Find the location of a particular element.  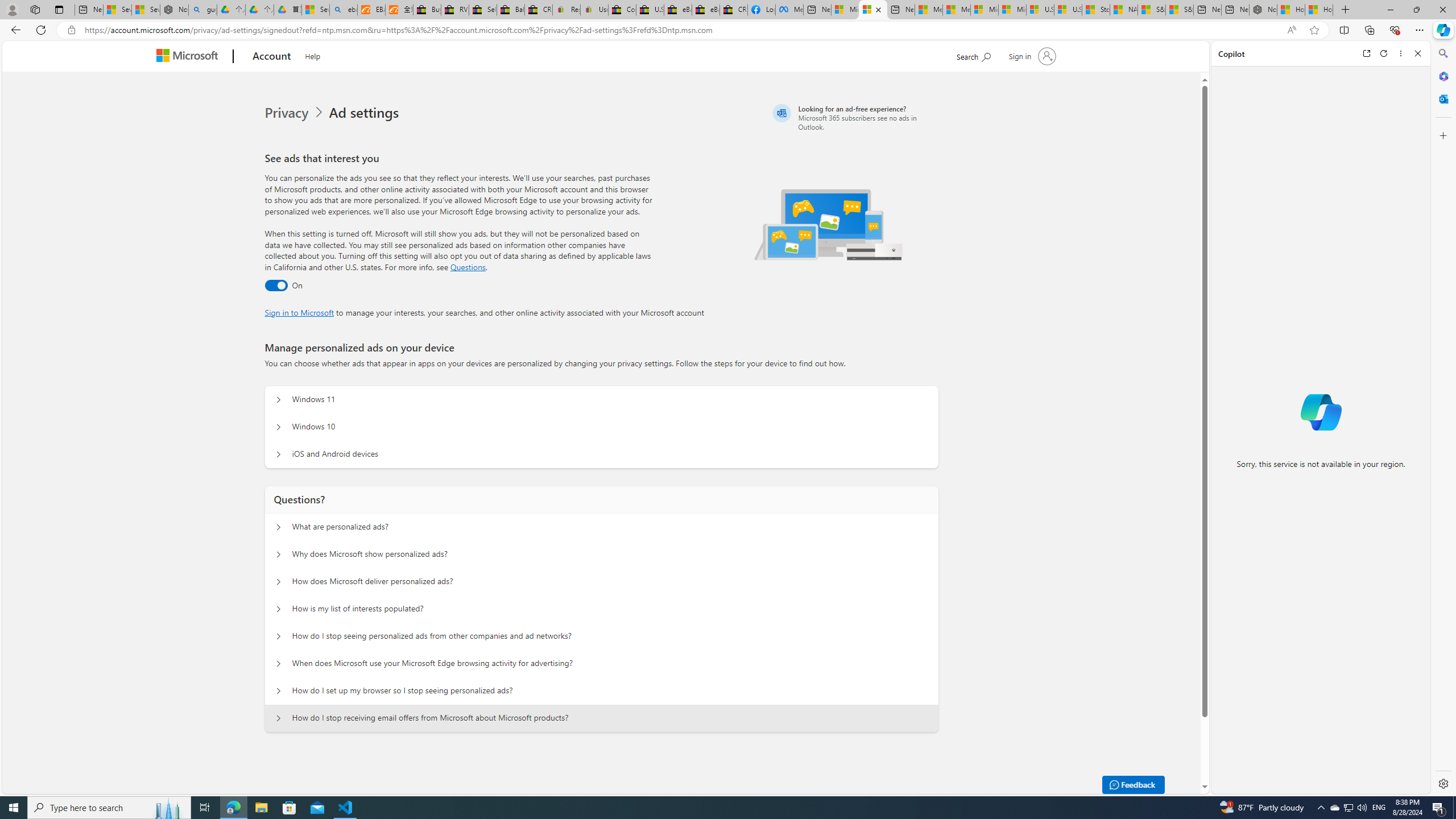

'ebay - Search' is located at coordinates (343, 9).